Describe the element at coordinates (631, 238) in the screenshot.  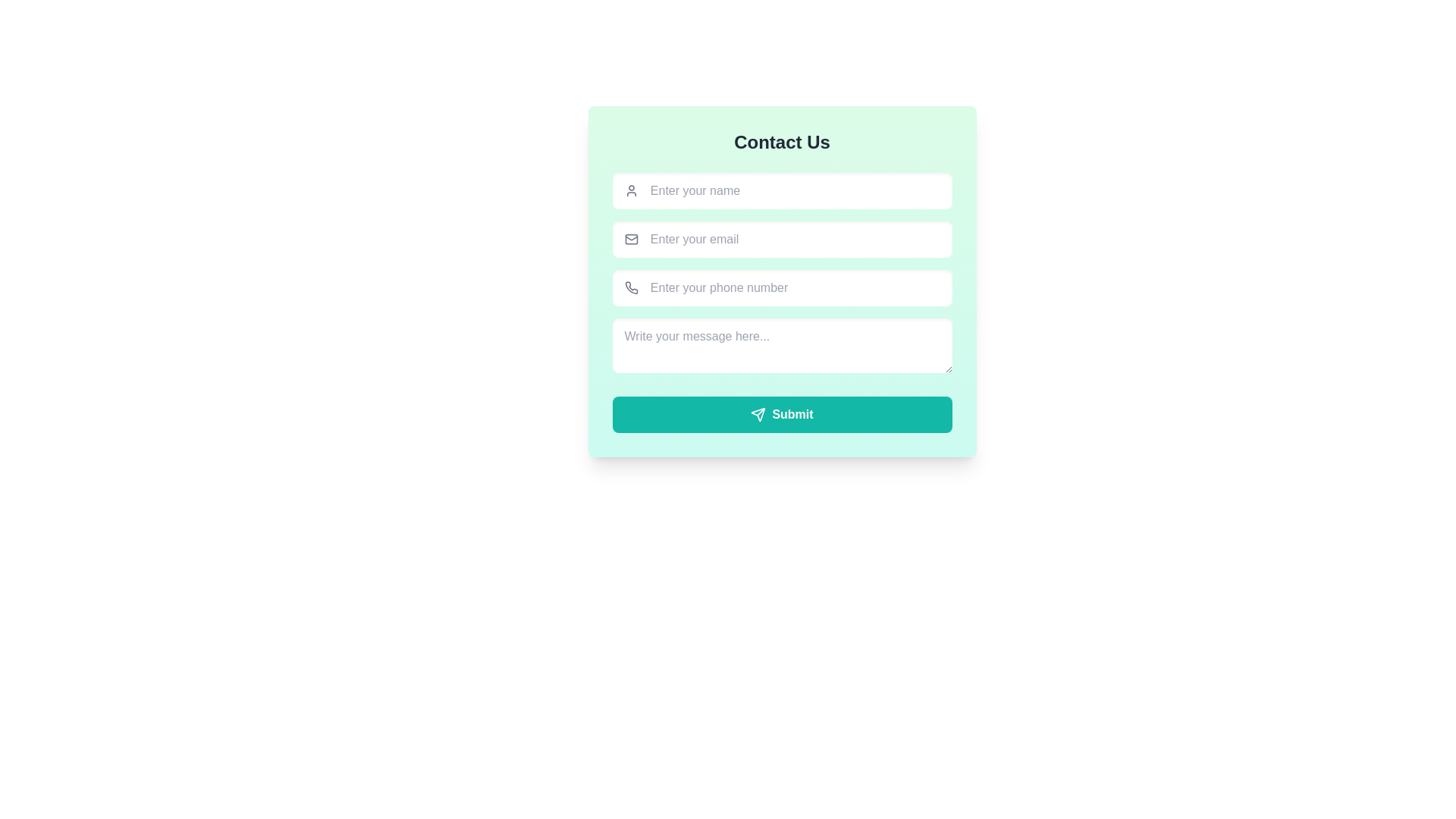
I see `the Decorative SVG icon located inside the email input field, which visually signifies the purpose of the input box` at that location.